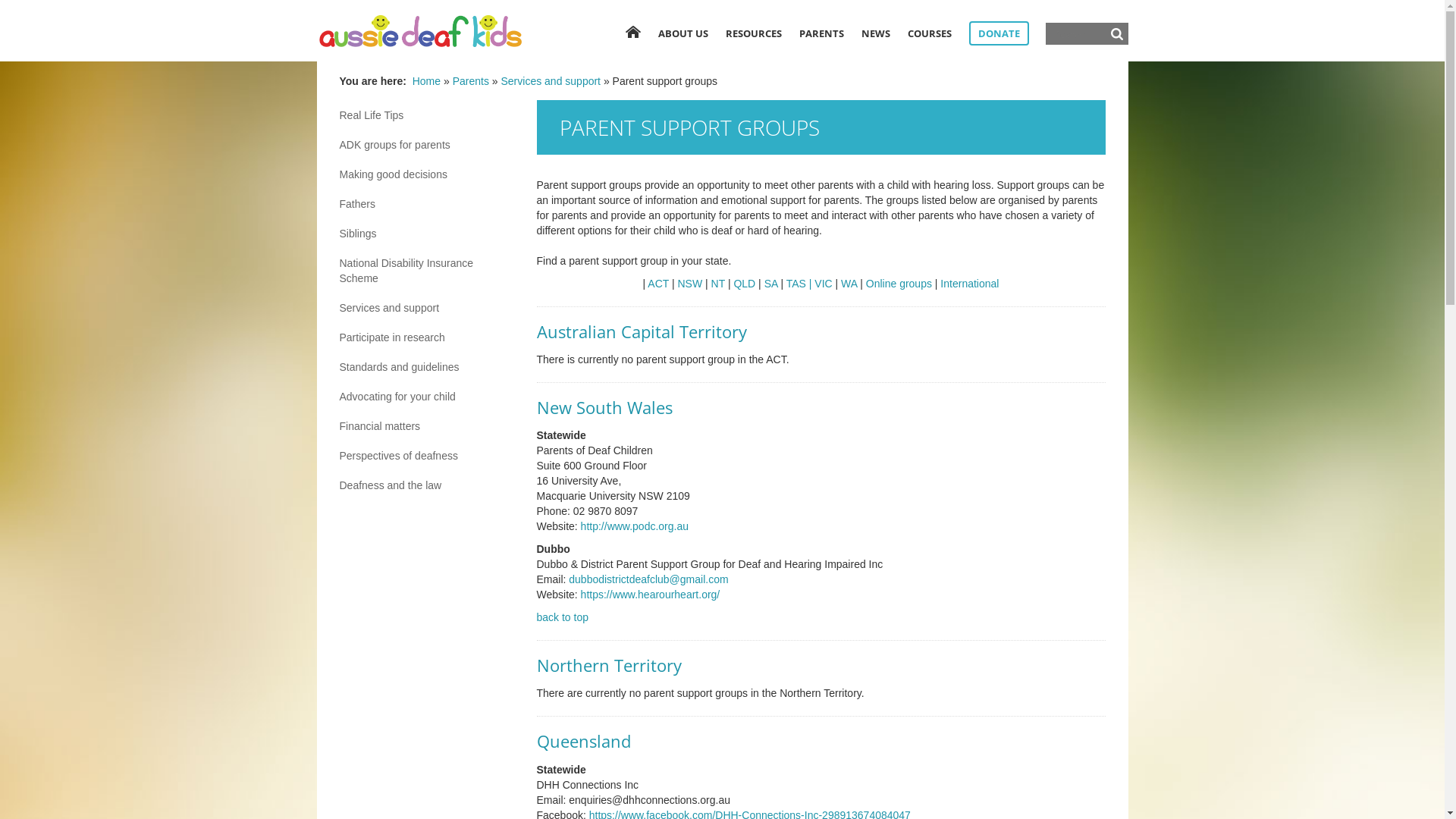 The image size is (1456, 819). What do you see at coordinates (771, 284) in the screenshot?
I see `'SA'` at bounding box center [771, 284].